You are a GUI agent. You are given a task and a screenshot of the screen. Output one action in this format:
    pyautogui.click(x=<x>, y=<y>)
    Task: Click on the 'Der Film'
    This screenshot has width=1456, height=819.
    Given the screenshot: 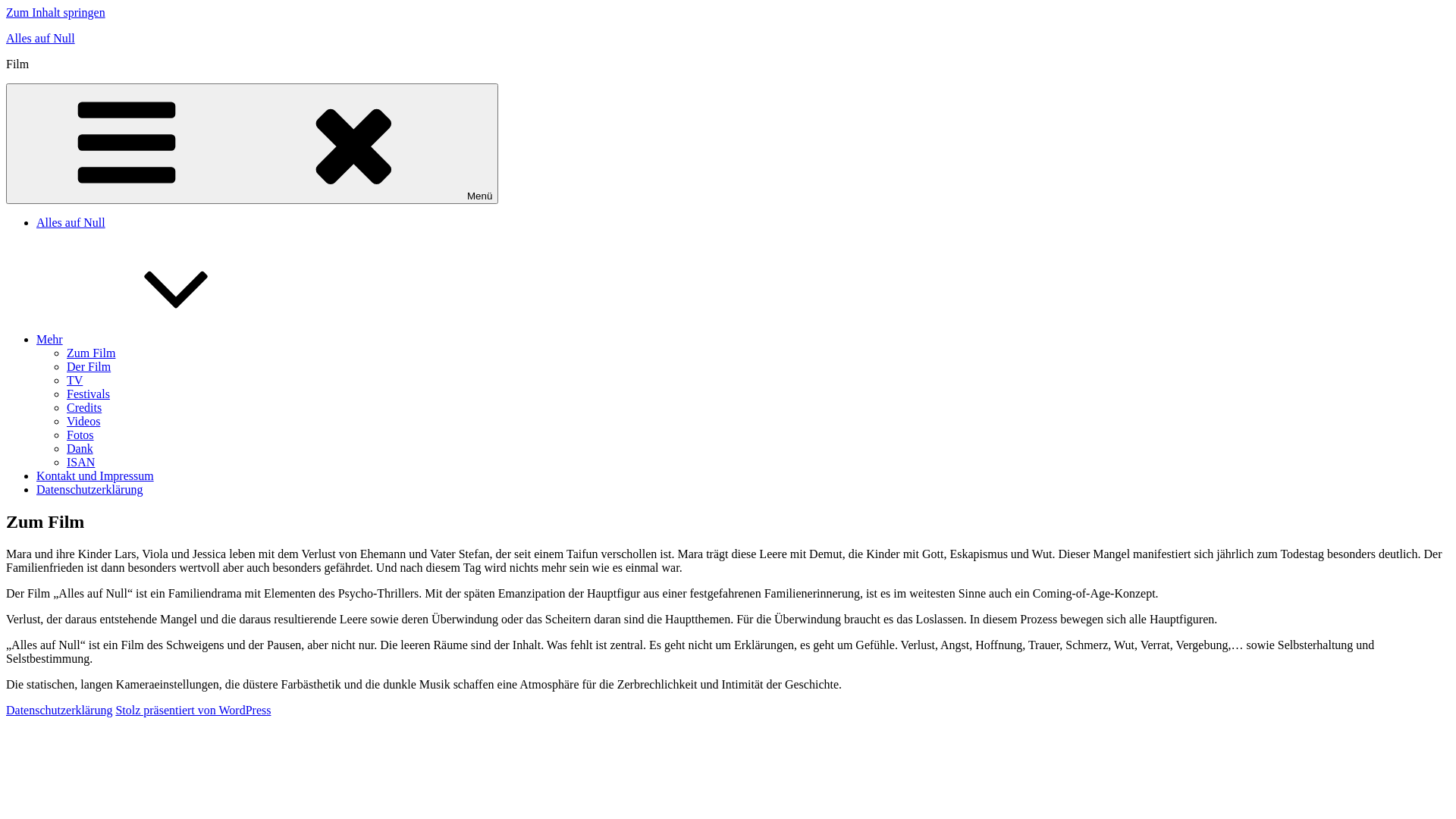 What is the action you would take?
    pyautogui.click(x=87, y=366)
    